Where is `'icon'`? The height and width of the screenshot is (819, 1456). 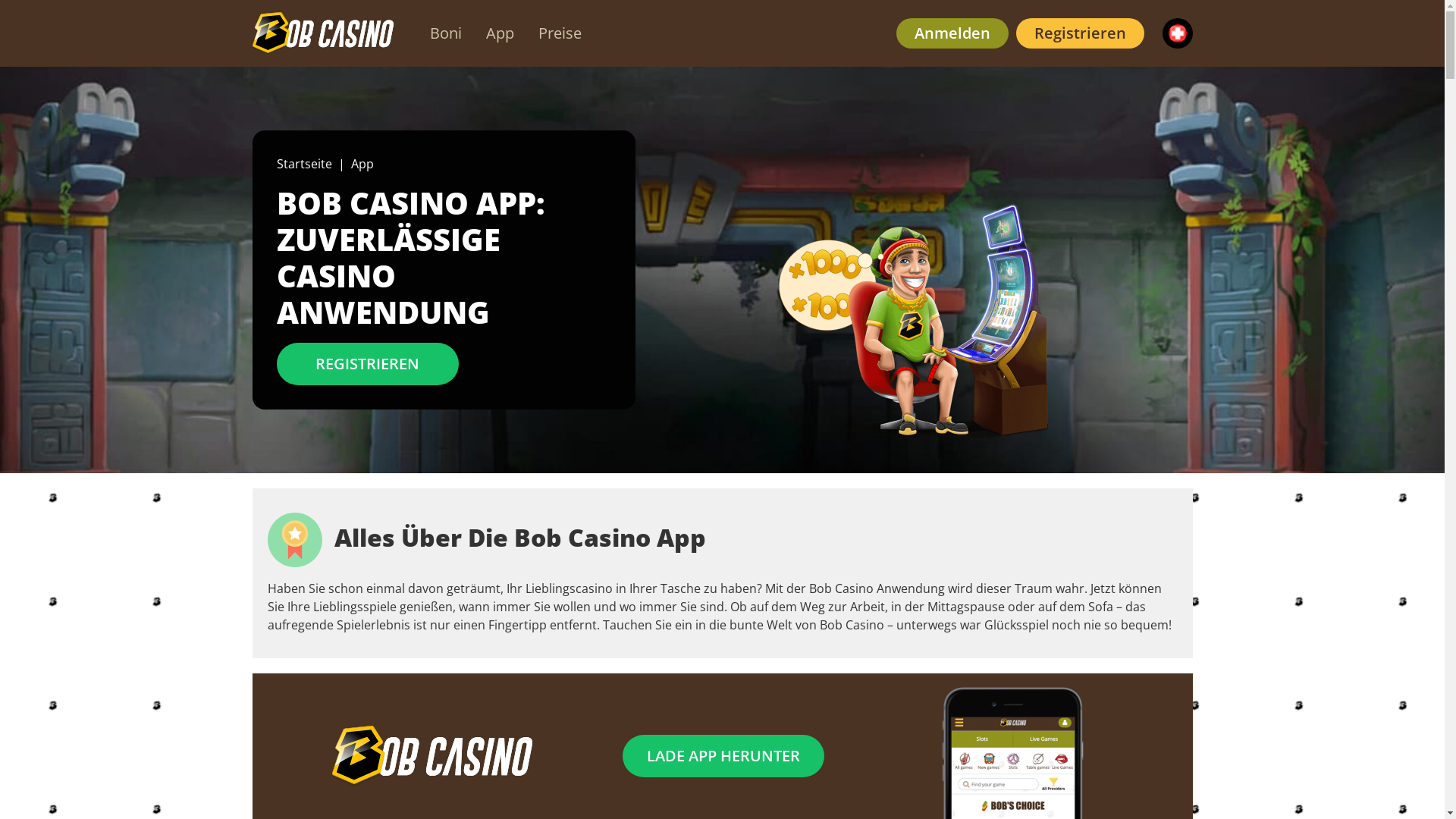
'icon' is located at coordinates (266, 539).